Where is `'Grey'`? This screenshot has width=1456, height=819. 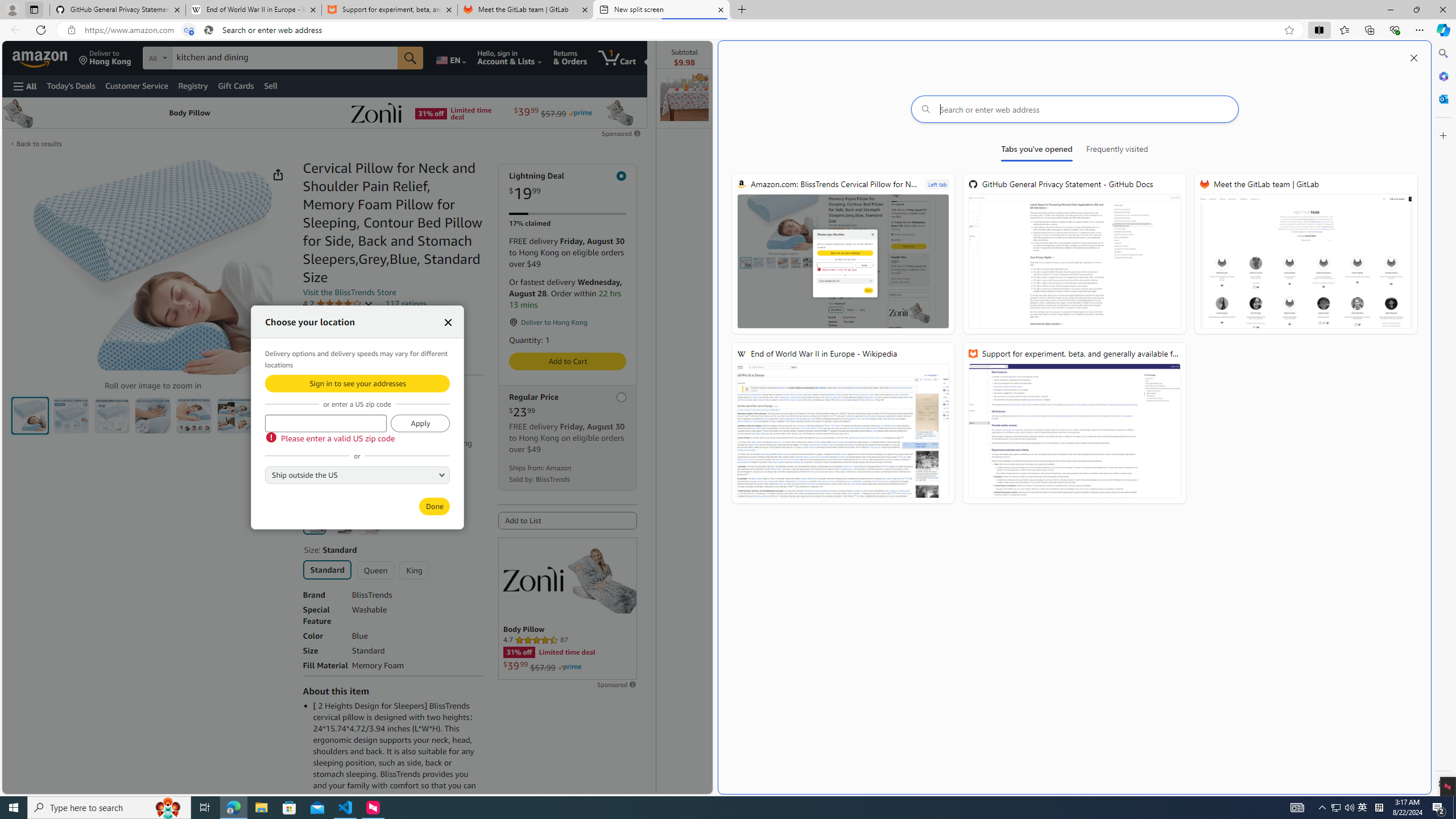
'Grey' is located at coordinates (341, 523).